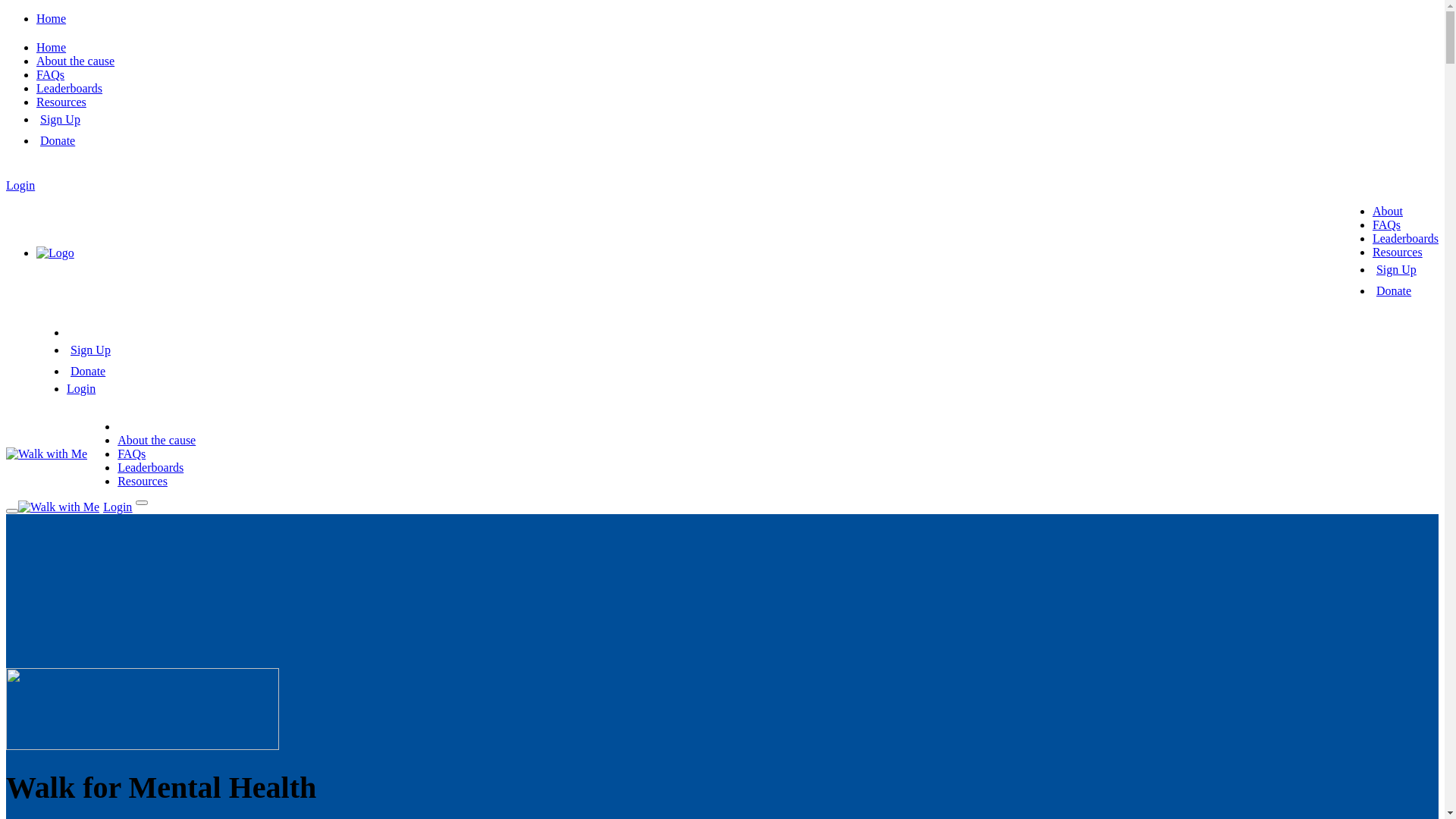 This screenshot has width=1456, height=819. What do you see at coordinates (150, 466) in the screenshot?
I see `'Leaderboards'` at bounding box center [150, 466].